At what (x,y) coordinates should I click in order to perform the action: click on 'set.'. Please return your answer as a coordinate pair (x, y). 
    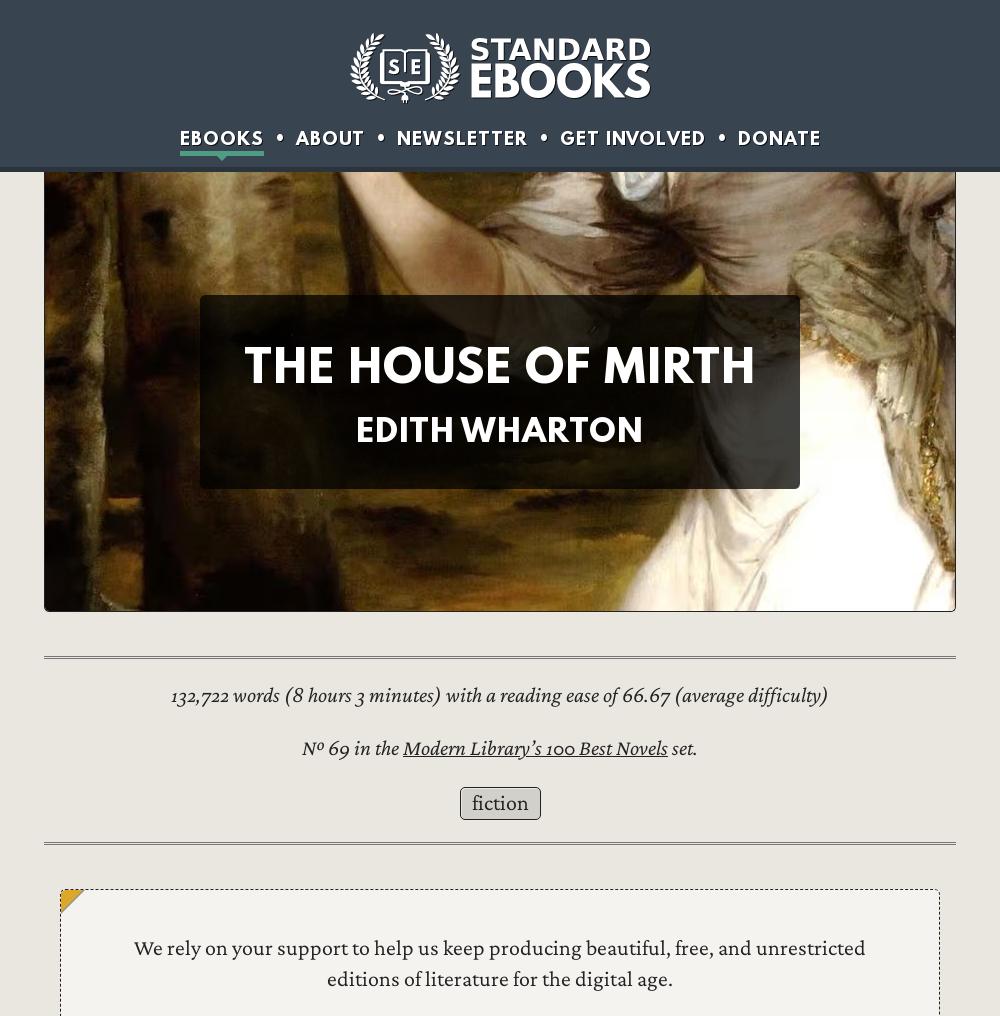
    Looking at the image, I should click on (683, 748).